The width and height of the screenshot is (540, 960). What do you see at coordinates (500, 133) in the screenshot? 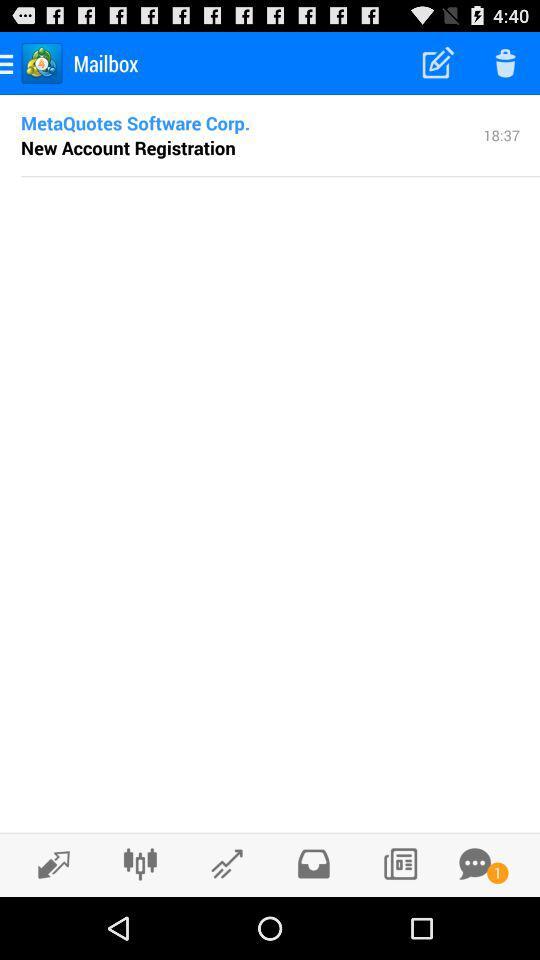
I see `the 18:37` at bounding box center [500, 133].